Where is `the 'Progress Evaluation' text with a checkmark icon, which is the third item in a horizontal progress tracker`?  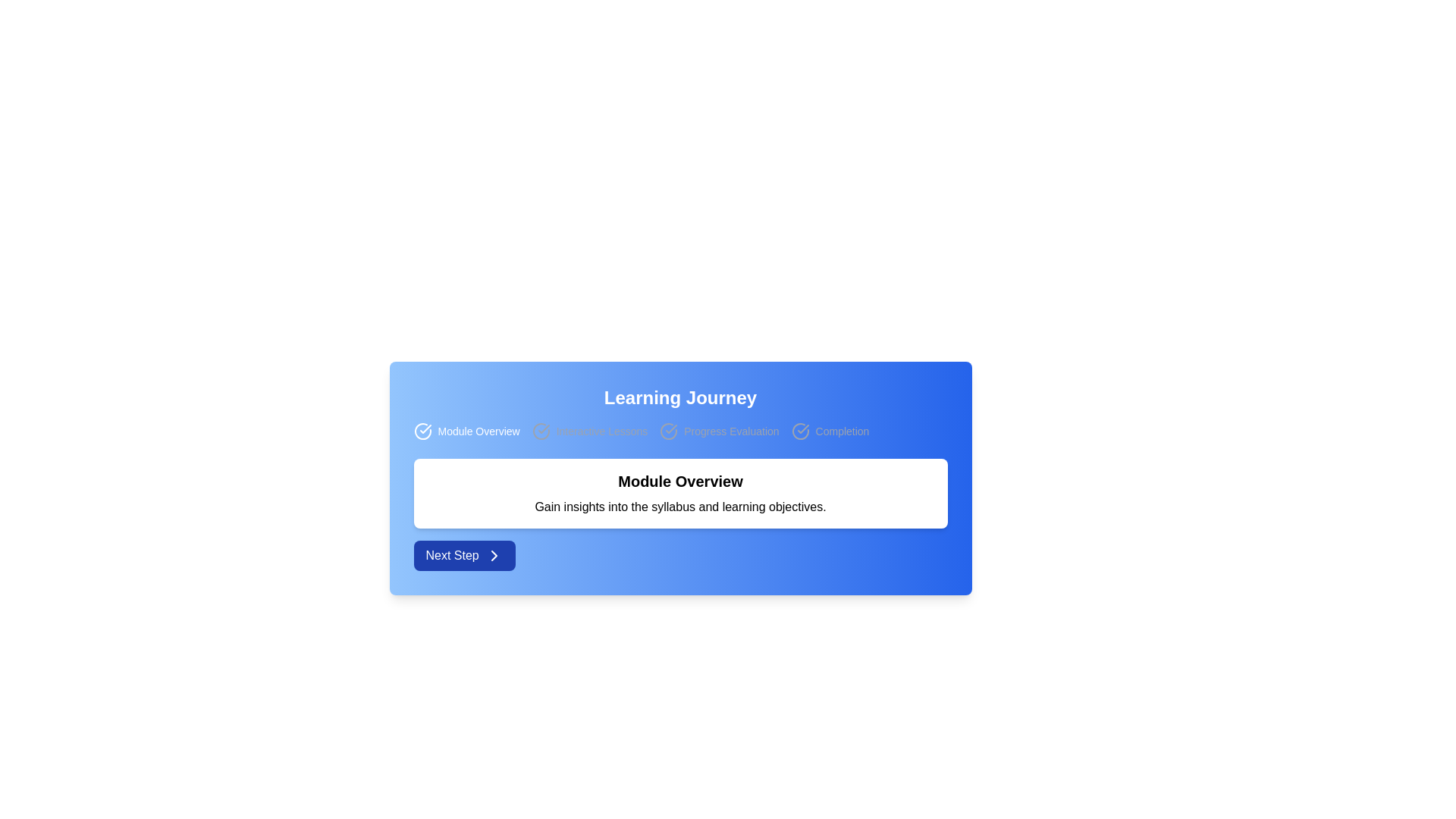
the 'Progress Evaluation' text with a checkmark icon, which is the third item in a horizontal progress tracker is located at coordinates (718, 431).